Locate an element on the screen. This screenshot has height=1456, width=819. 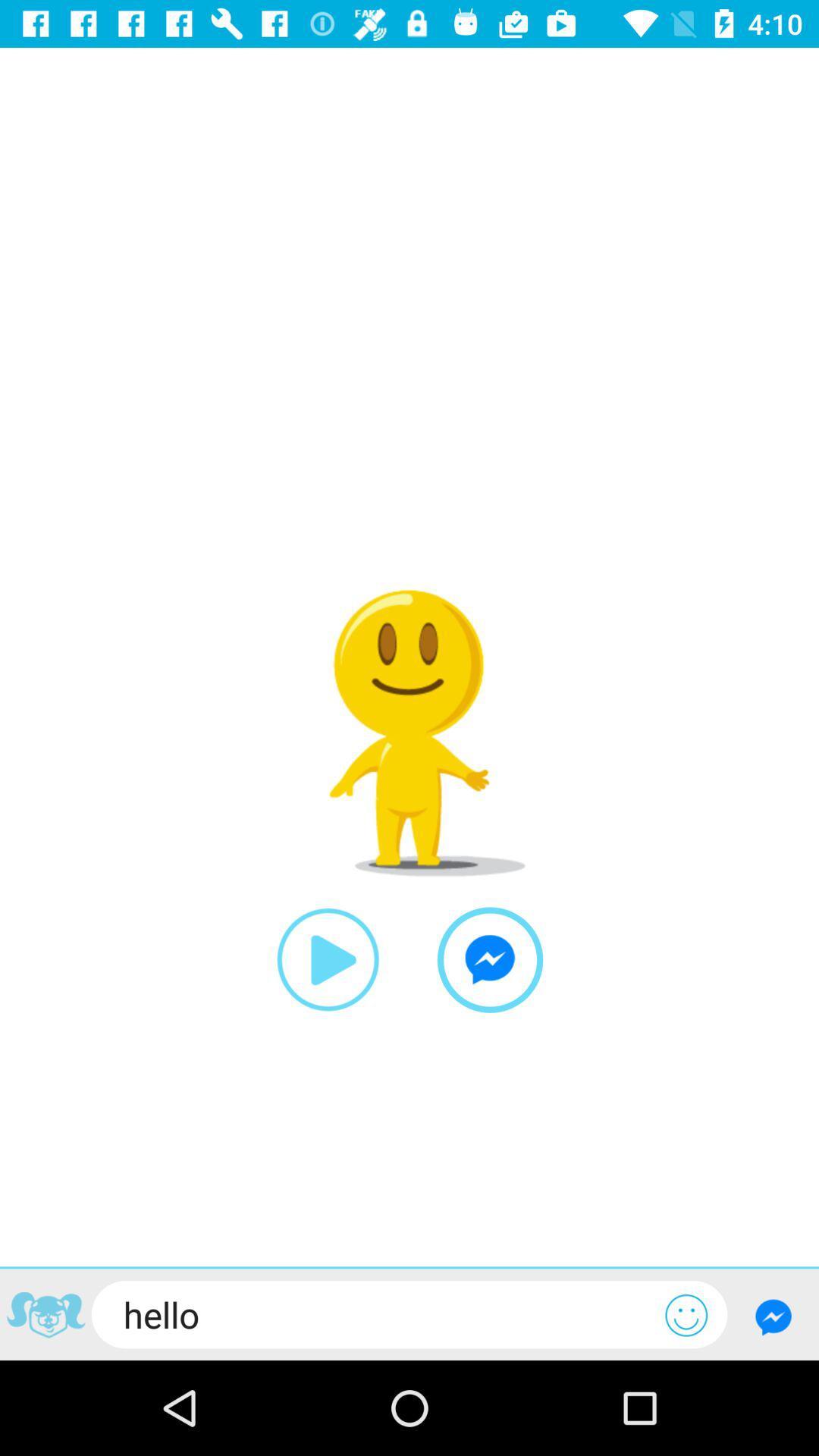
the item to the right of hello is located at coordinates (686, 1314).